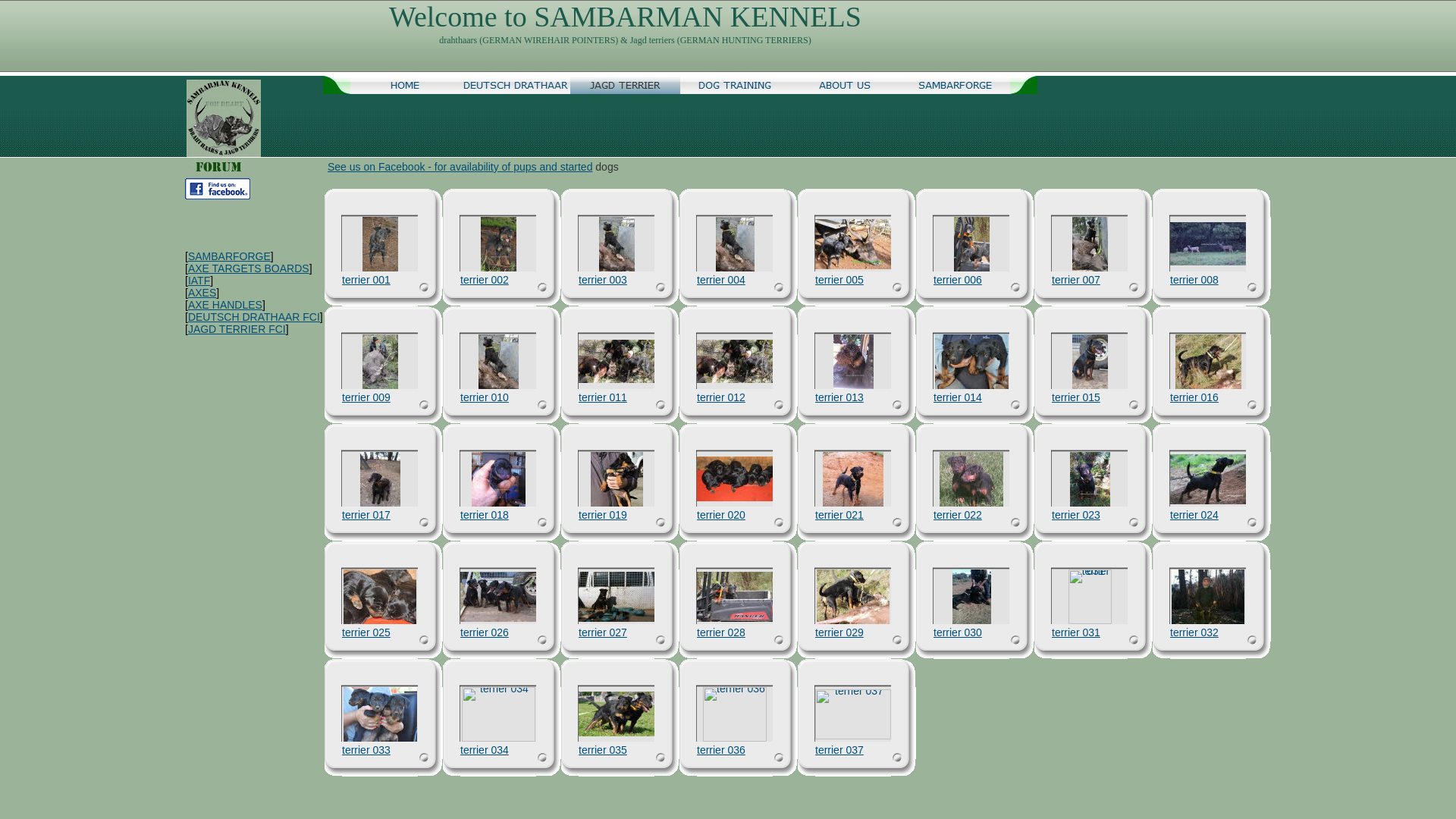 The image size is (1456, 819). What do you see at coordinates (735, 595) in the screenshot?
I see `'terrier 028'` at bounding box center [735, 595].